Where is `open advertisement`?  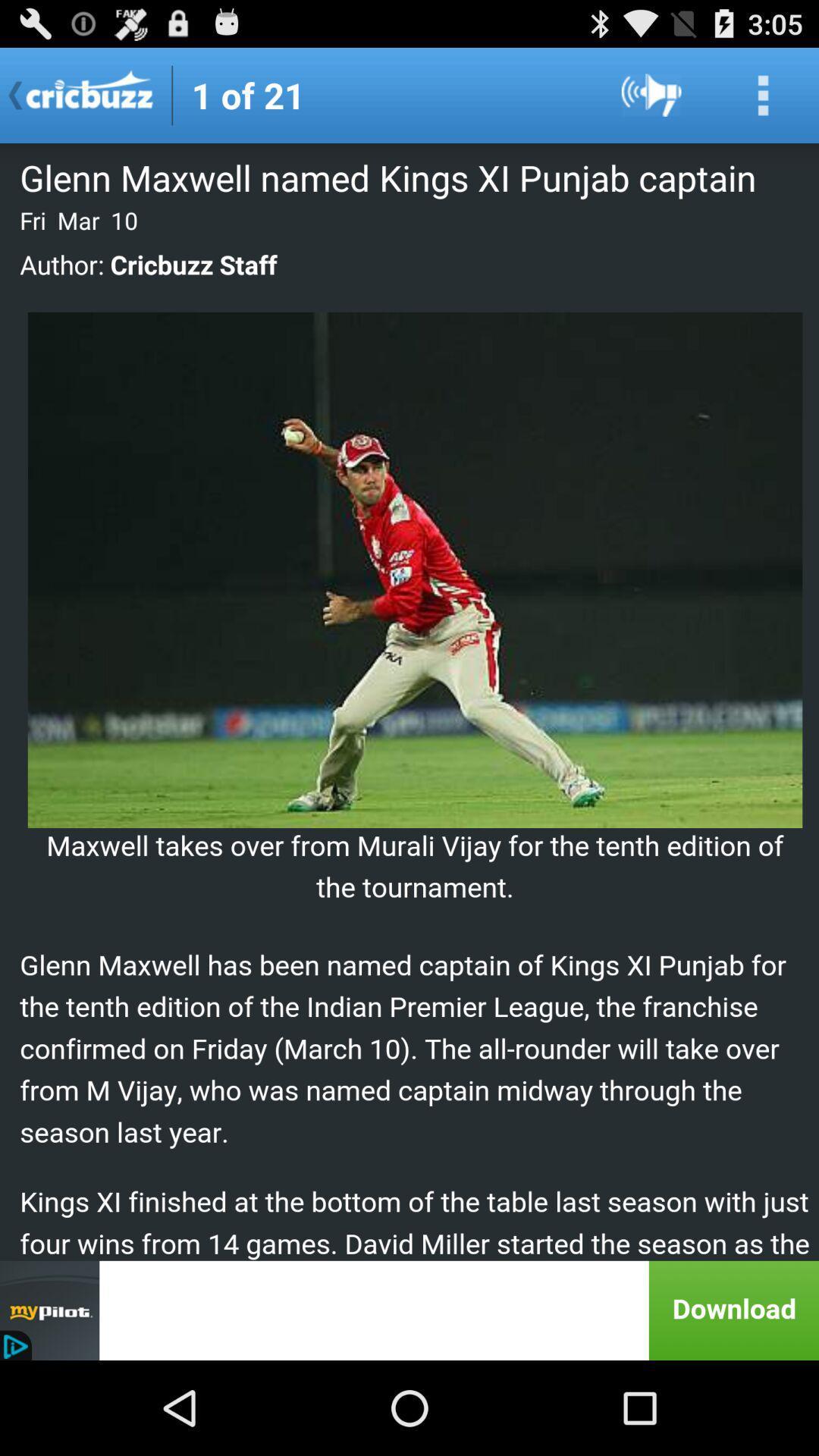 open advertisement is located at coordinates (409, 1310).